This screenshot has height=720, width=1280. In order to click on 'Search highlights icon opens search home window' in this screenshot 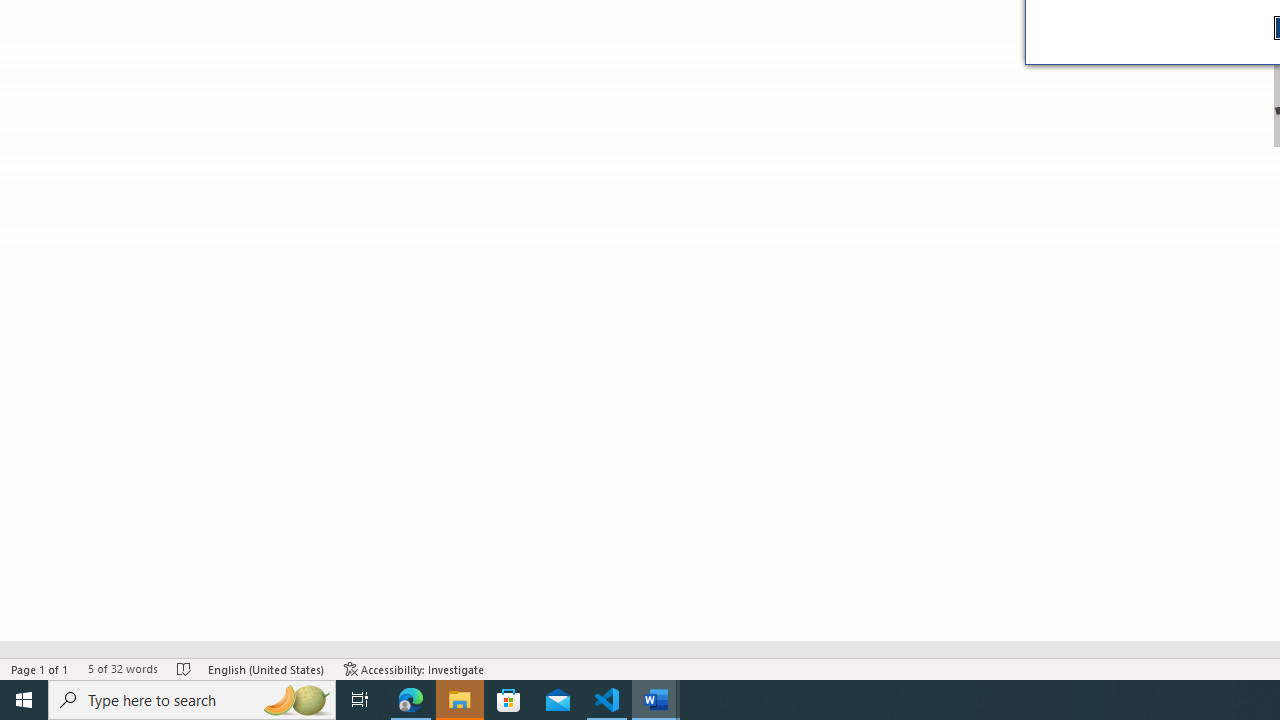, I will do `click(294, 698)`.